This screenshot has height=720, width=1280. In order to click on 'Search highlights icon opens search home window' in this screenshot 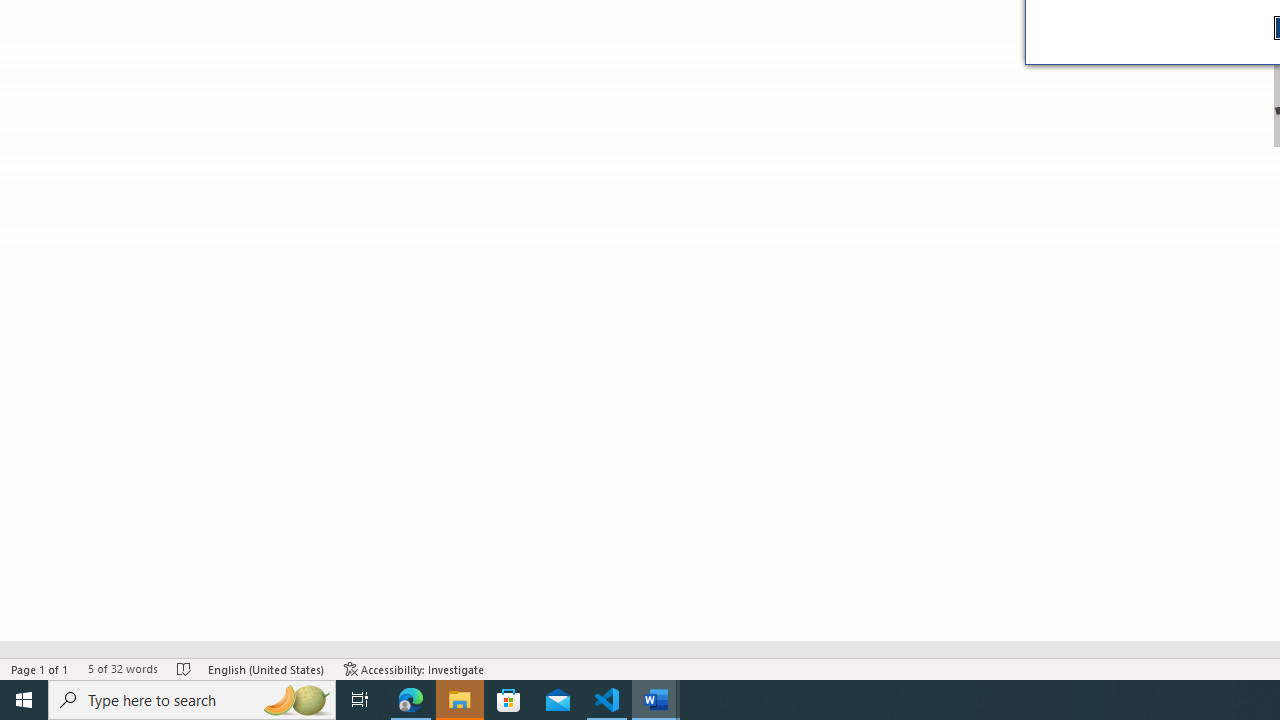, I will do `click(294, 698)`.